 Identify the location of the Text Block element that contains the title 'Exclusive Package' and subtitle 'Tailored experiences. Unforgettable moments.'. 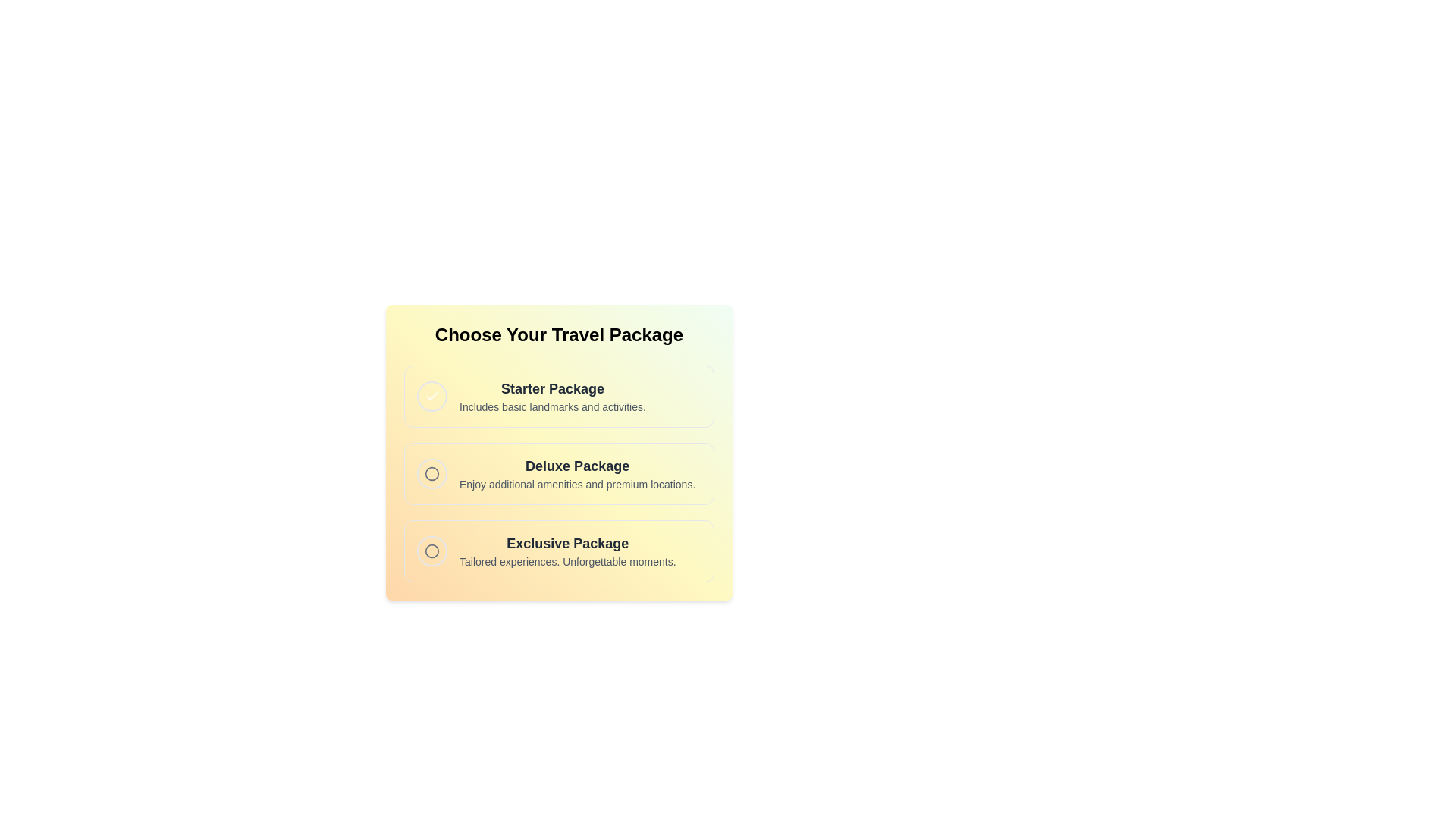
(566, 551).